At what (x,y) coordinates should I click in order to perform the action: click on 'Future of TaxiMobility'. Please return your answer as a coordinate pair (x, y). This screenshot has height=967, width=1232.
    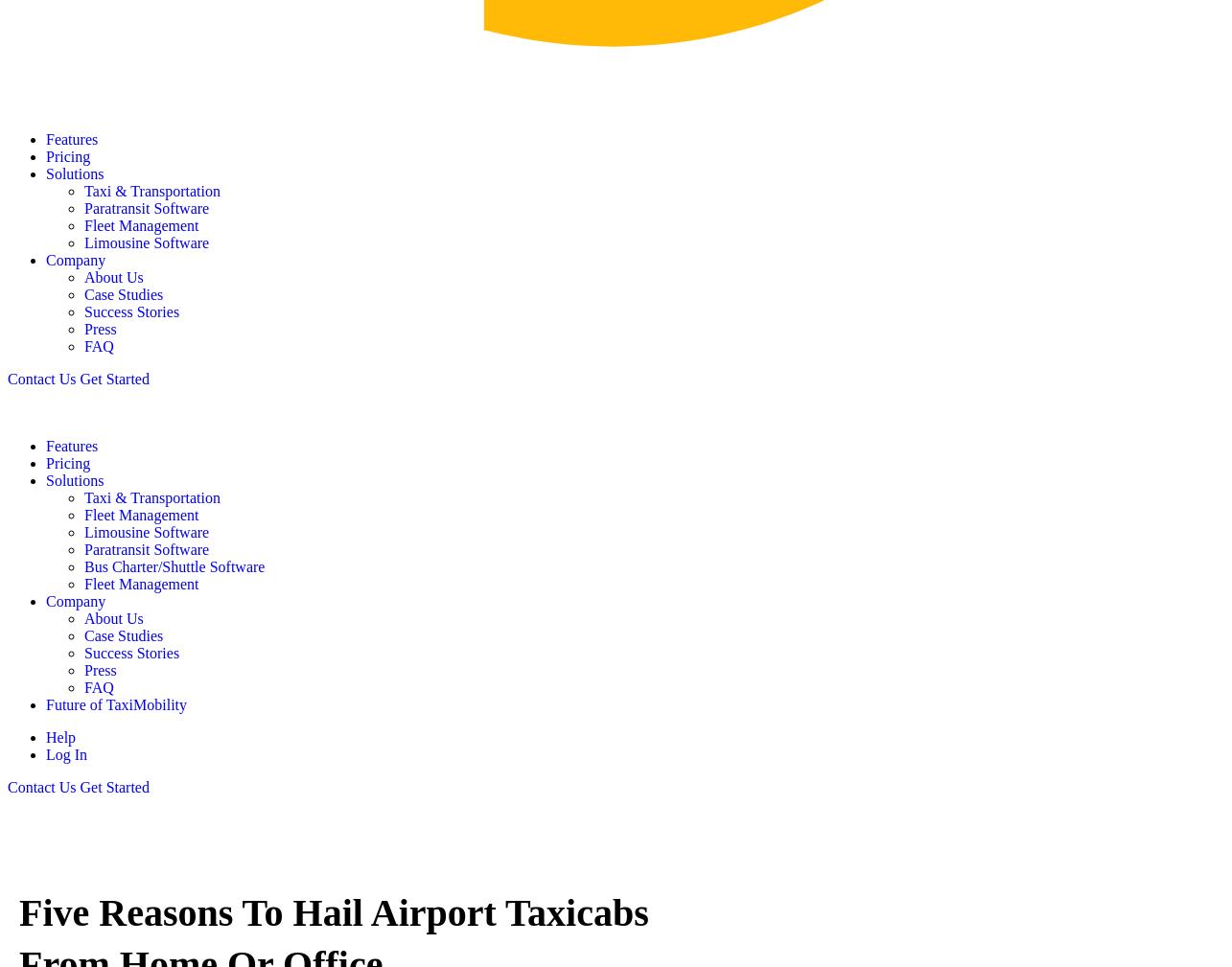
    Looking at the image, I should click on (116, 703).